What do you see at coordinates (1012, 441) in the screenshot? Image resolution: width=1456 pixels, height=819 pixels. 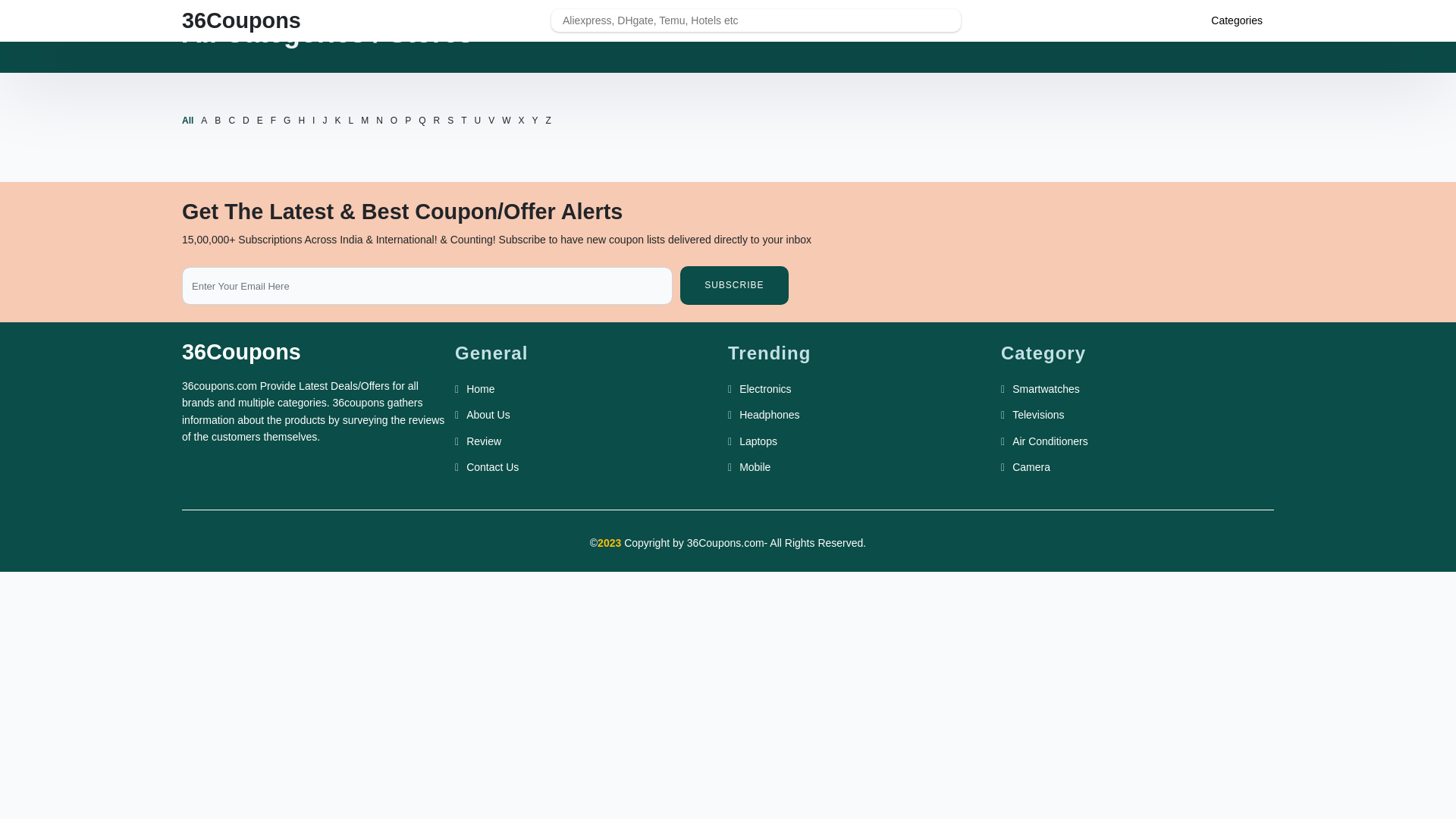 I see `'Air Conditioners'` at bounding box center [1012, 441].